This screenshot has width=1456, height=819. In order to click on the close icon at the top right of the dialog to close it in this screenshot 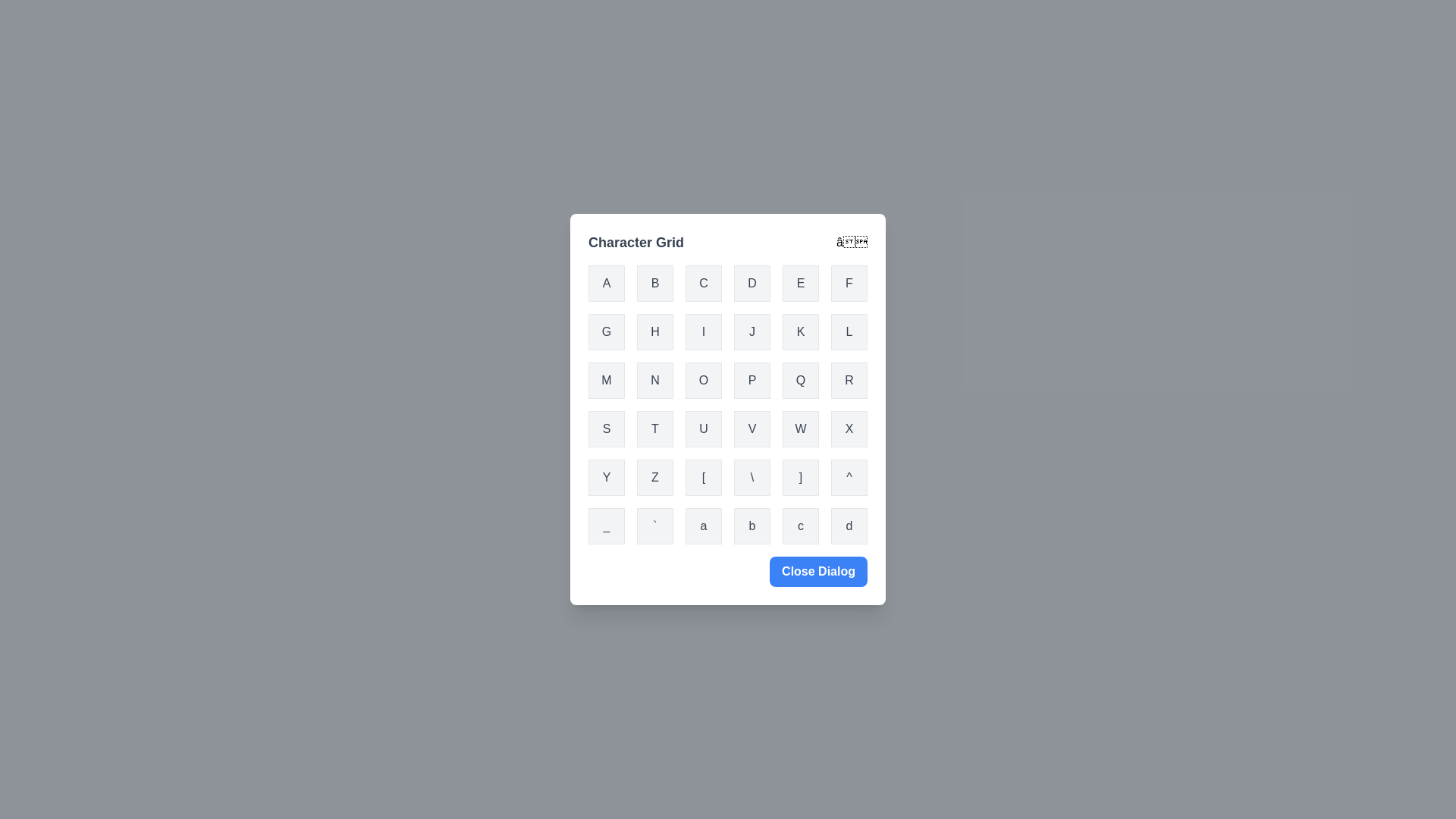, I will do `click(852, 242)`.